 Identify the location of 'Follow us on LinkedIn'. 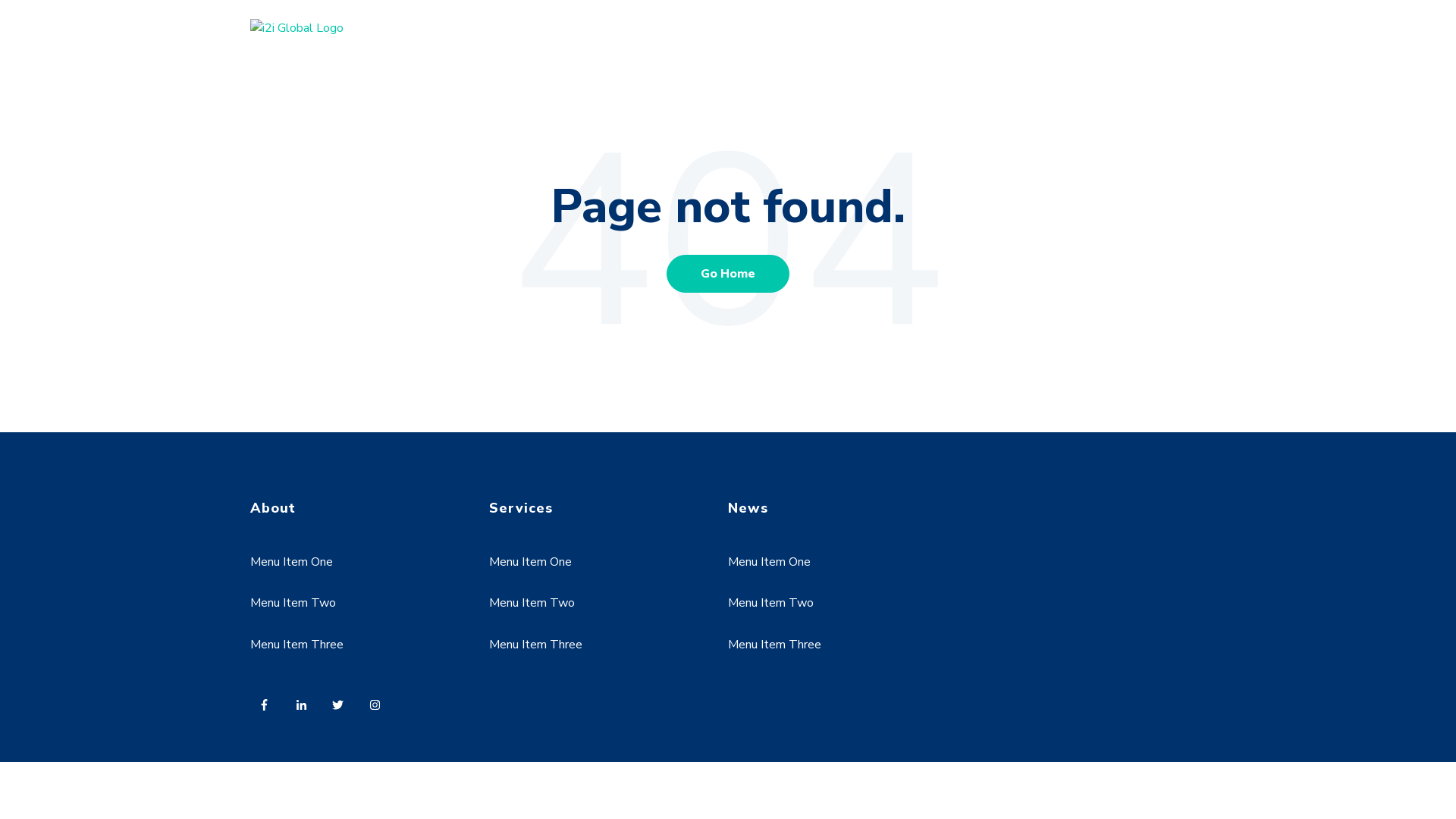
(305, 708).